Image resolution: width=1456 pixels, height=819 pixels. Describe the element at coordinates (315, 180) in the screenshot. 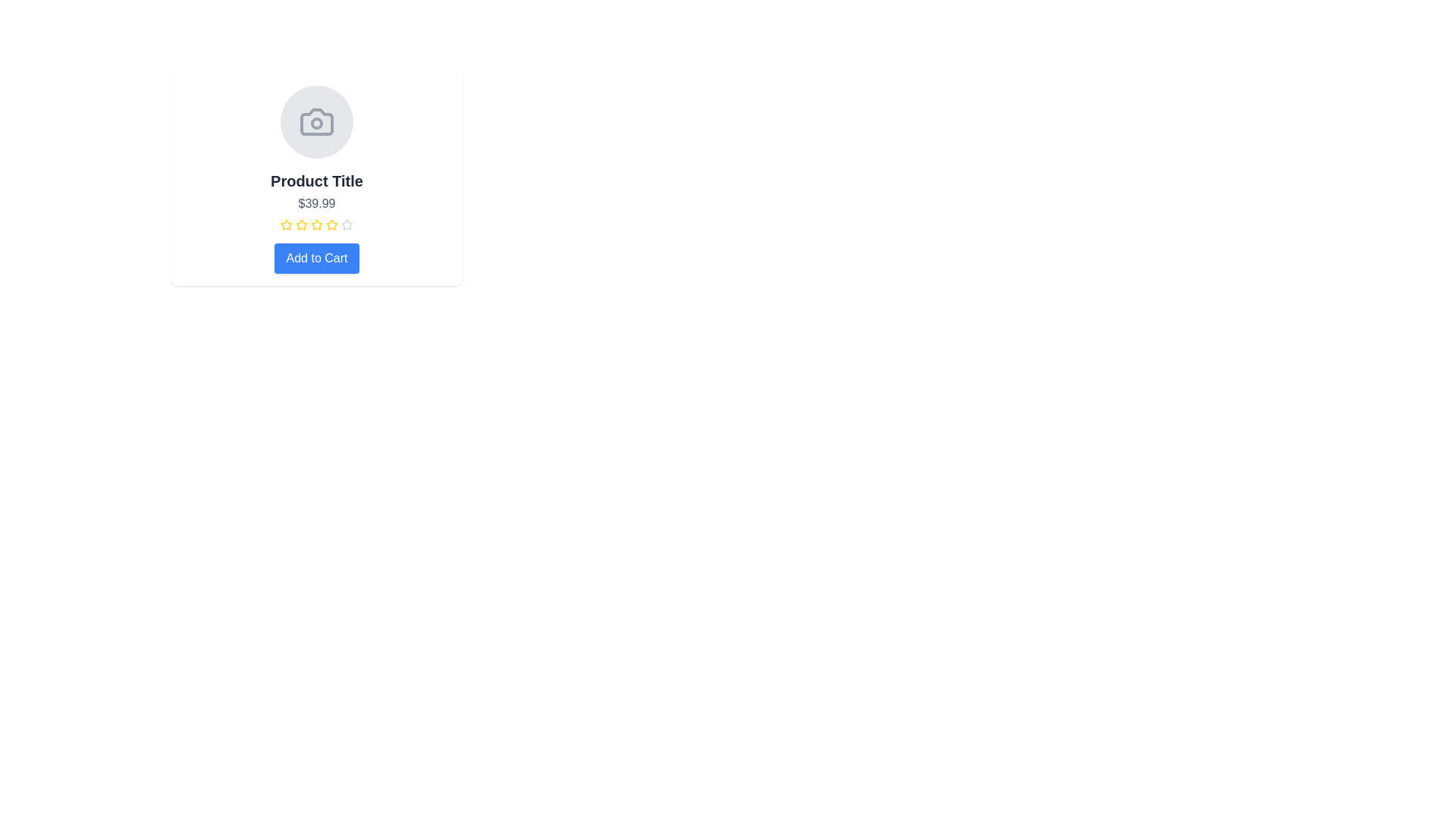

I see `title text label located below the circular thumbnail image and above the product price text ('$39.99') in the upper-central area of the layout` at that location.